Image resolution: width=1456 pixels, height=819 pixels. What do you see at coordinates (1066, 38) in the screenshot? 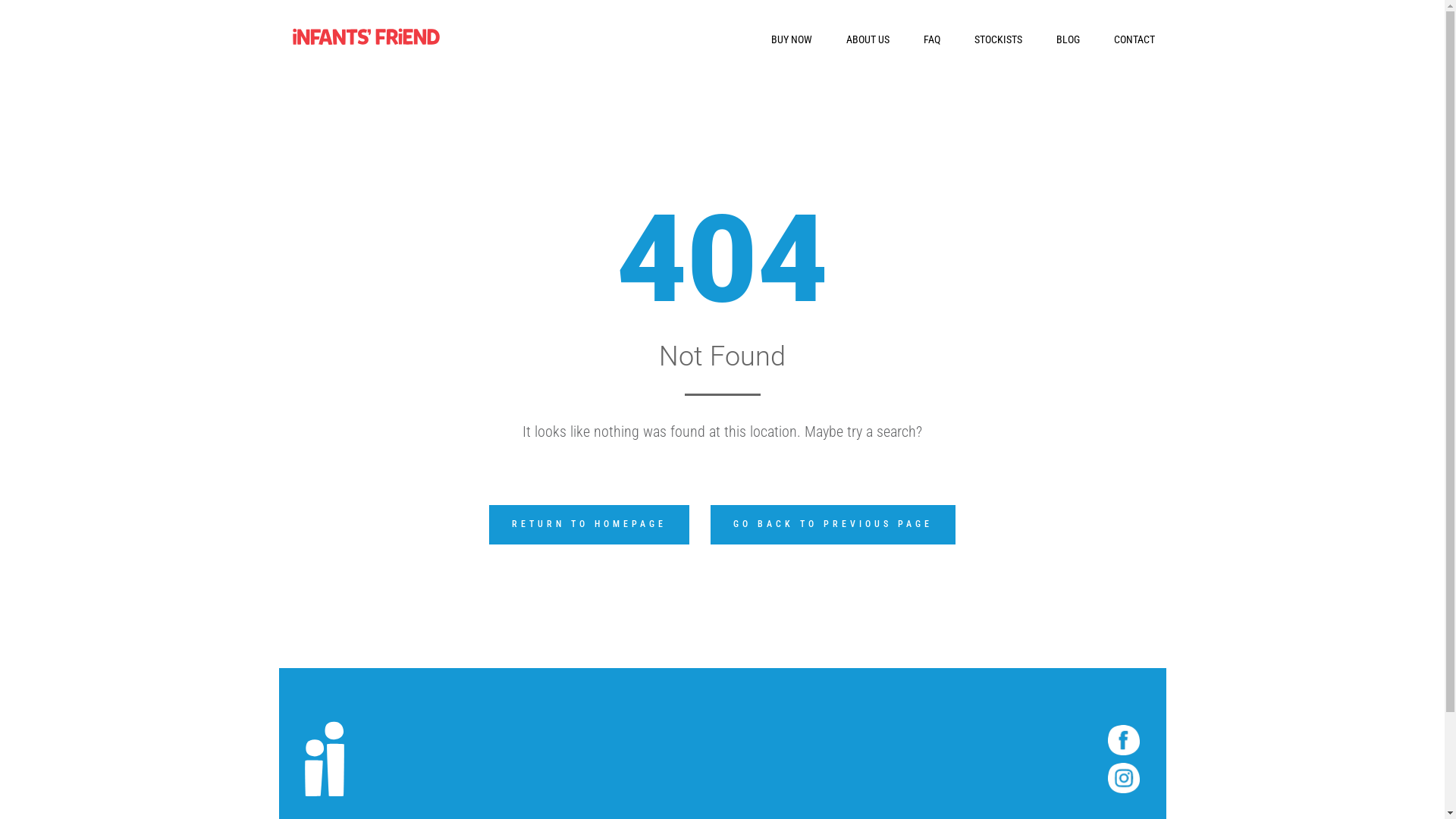
I see `'BLOG'` at bounding box center [1066, 38].